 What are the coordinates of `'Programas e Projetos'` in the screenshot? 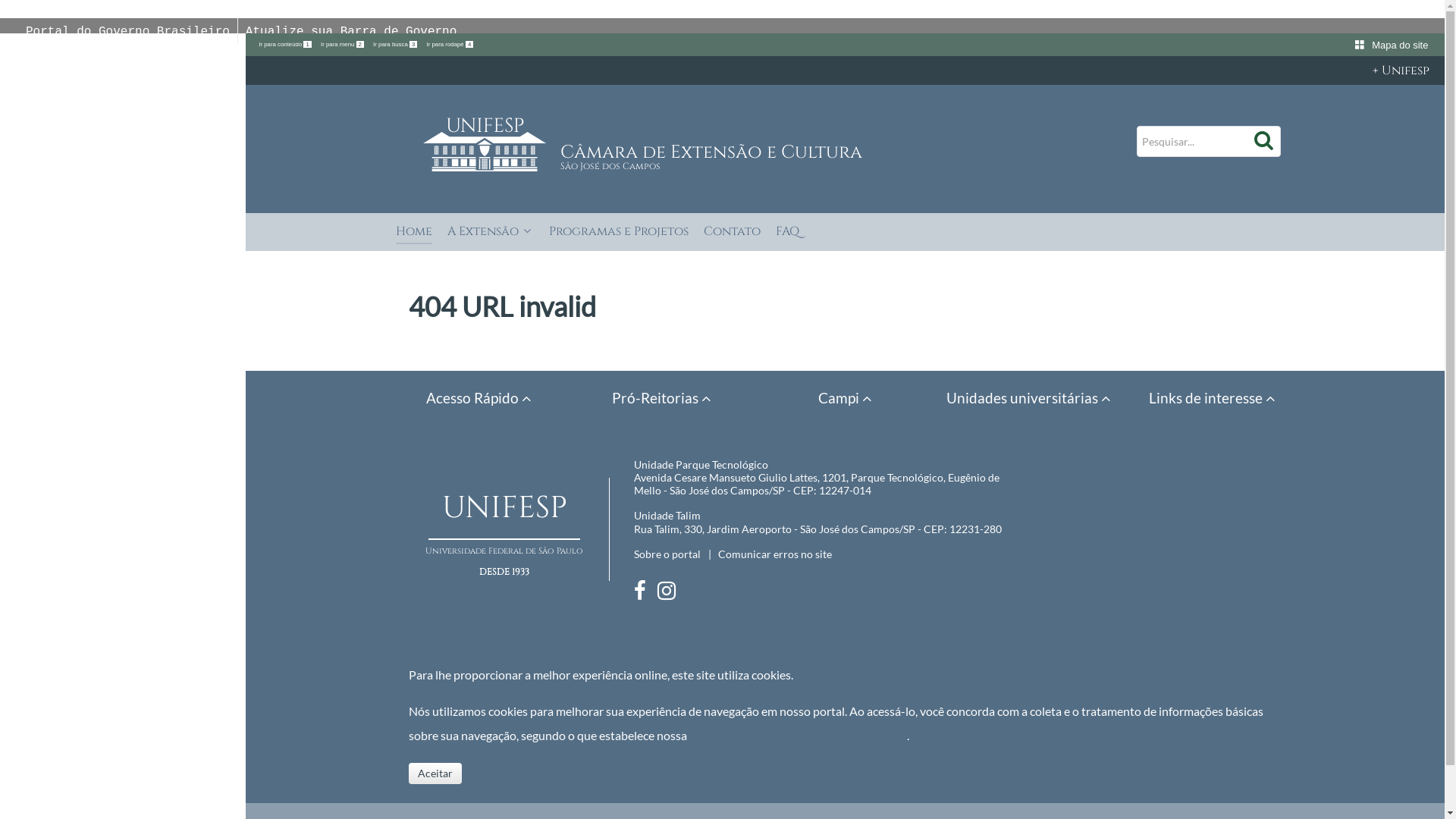 It's located at (619, 233).